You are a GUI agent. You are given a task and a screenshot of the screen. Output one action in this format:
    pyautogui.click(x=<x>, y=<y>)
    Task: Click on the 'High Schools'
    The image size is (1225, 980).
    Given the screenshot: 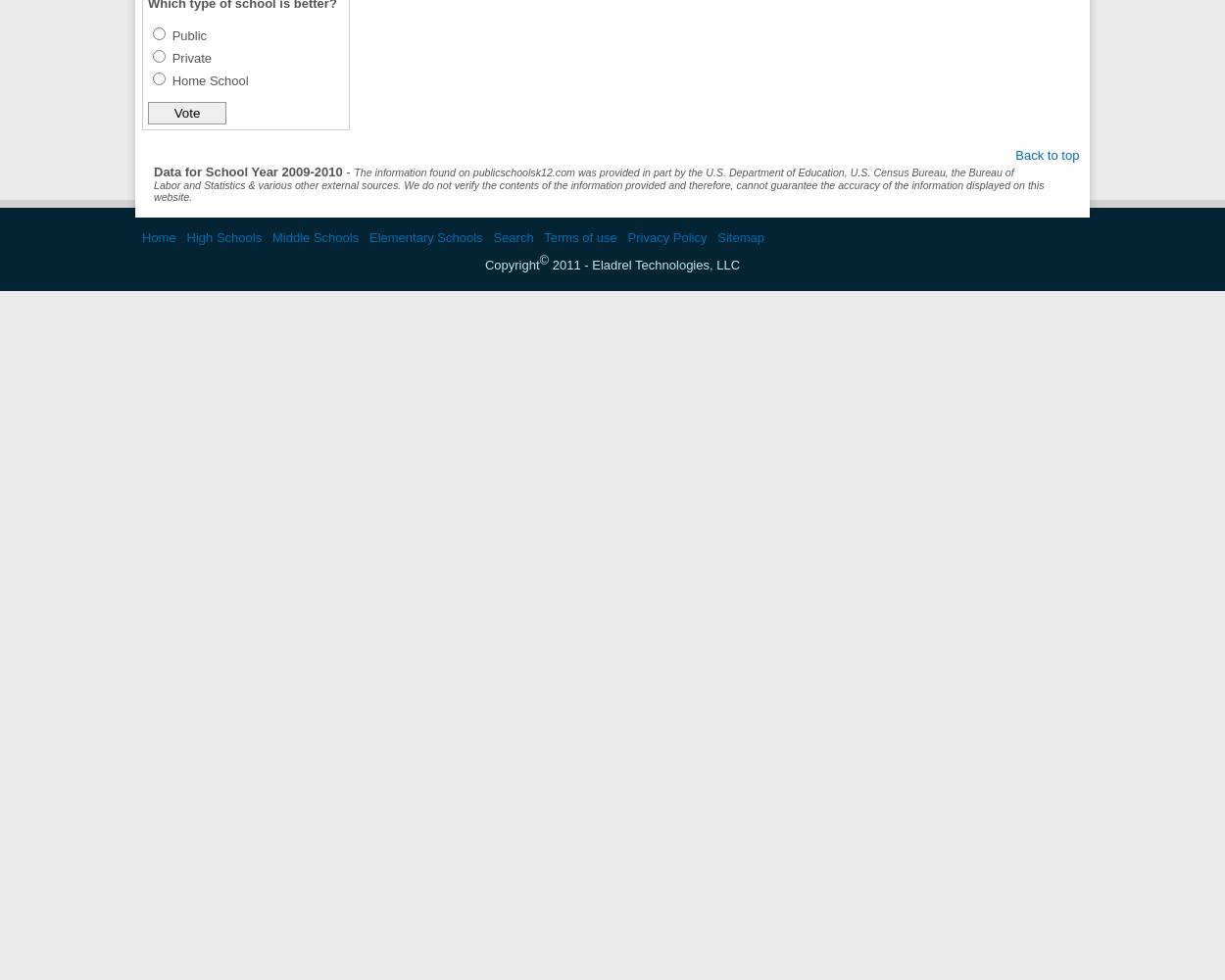 What is the action you would take?
    pyautogui.click(x=222, y=236)
    